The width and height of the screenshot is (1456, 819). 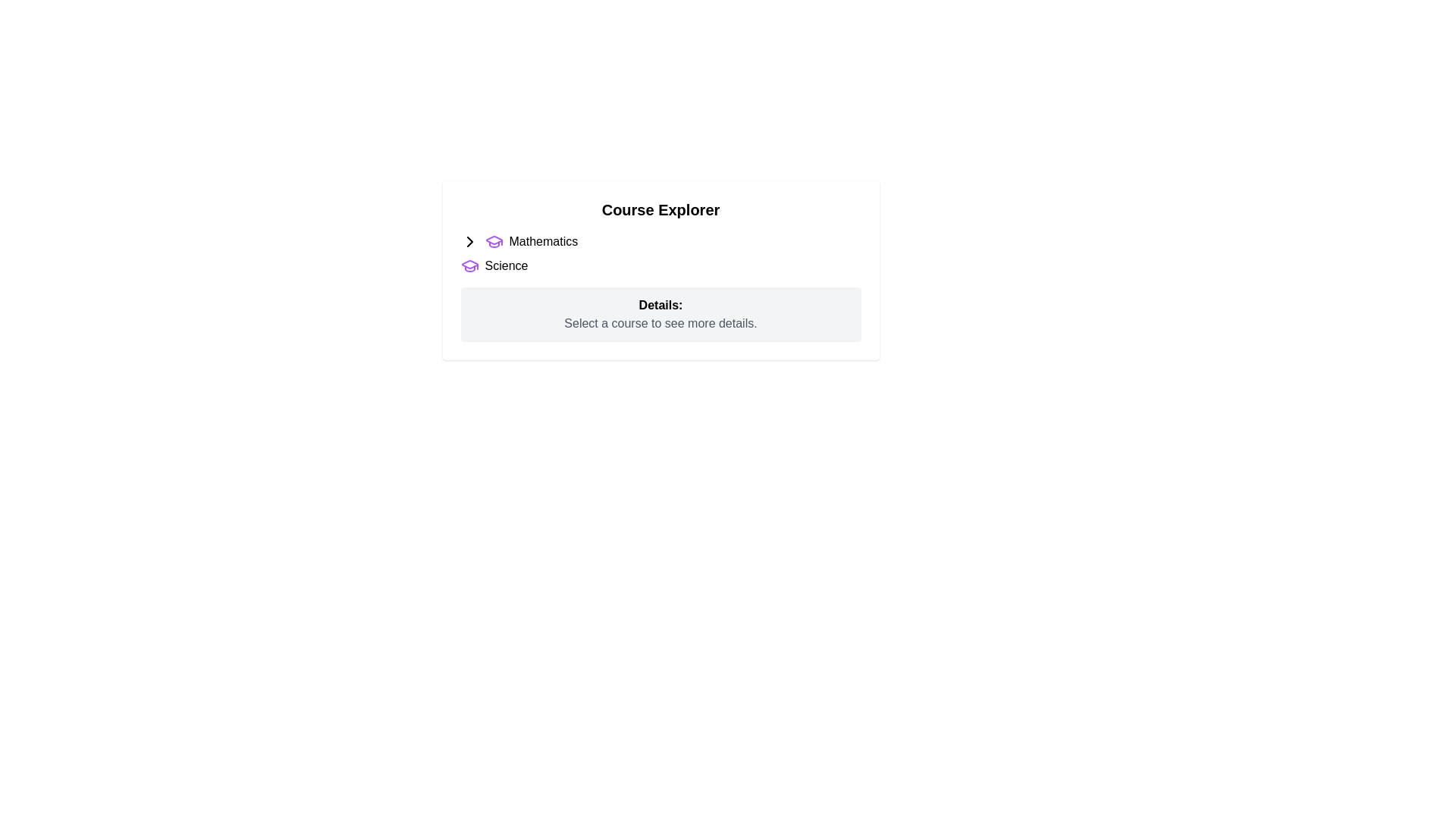 I want to click on the Label that introduces the associated content, located within a light gray, rounded rectangle at the bottom of the main content section, above the text 'Select a course, so click(x=661, y=305).